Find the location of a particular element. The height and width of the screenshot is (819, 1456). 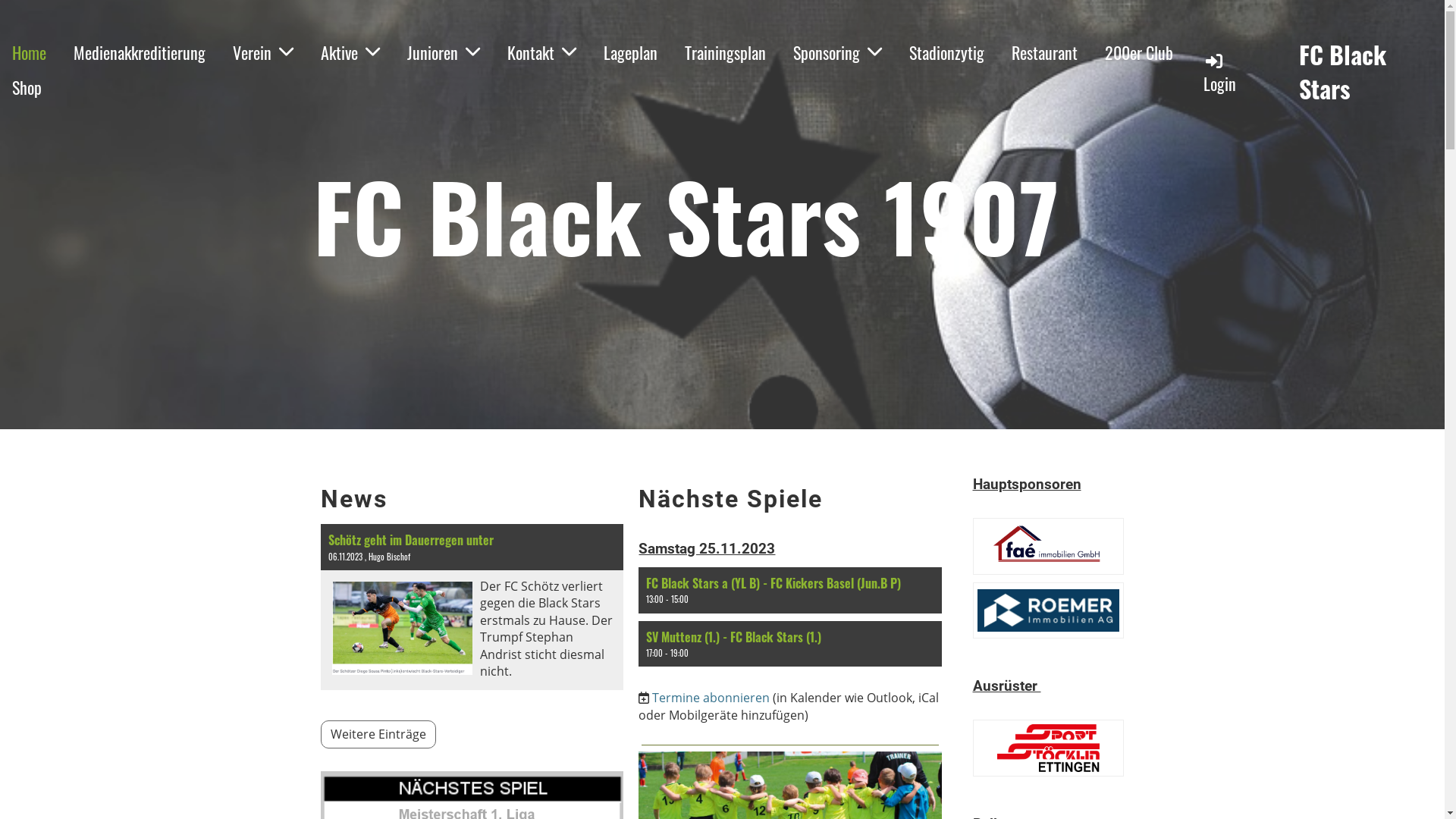

'Restaurant' is located at coordinates (1043, 52).